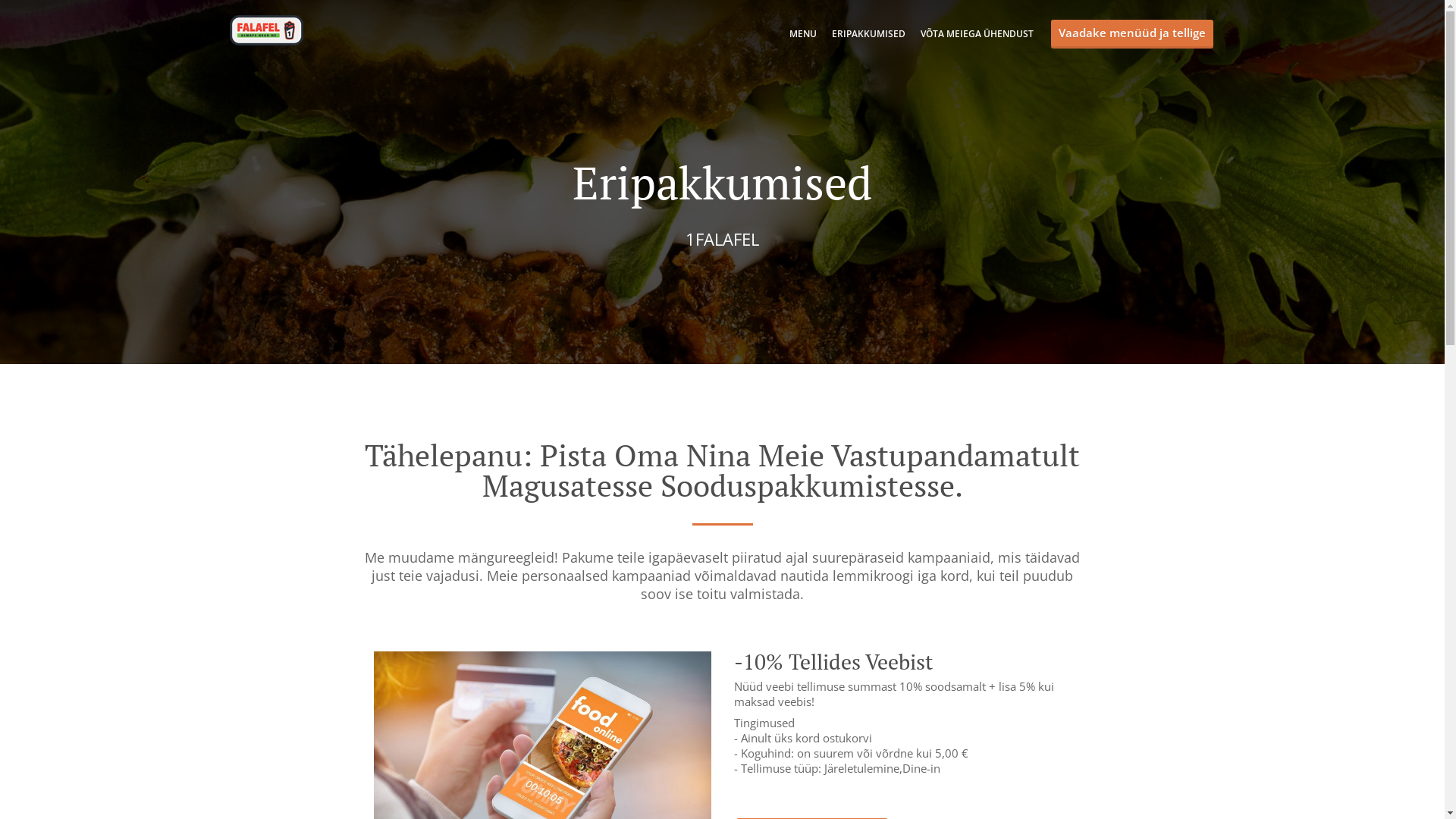  Describe the element at coordinates (868, 33) in the screenshot. I see `'ERIPAKKUMISED'` at that location.